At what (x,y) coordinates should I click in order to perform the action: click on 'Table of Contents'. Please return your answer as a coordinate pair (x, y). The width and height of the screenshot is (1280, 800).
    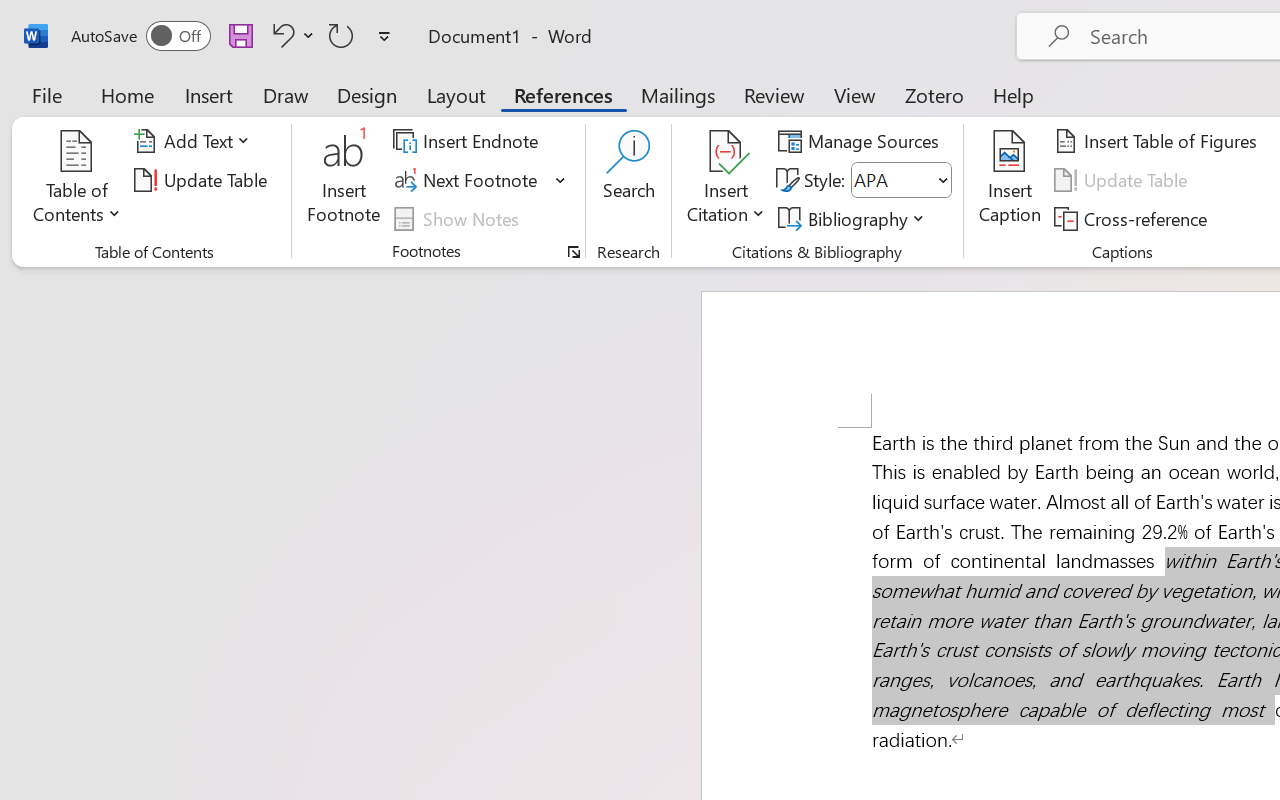
    Looking at the image, I should click on (77, 179).